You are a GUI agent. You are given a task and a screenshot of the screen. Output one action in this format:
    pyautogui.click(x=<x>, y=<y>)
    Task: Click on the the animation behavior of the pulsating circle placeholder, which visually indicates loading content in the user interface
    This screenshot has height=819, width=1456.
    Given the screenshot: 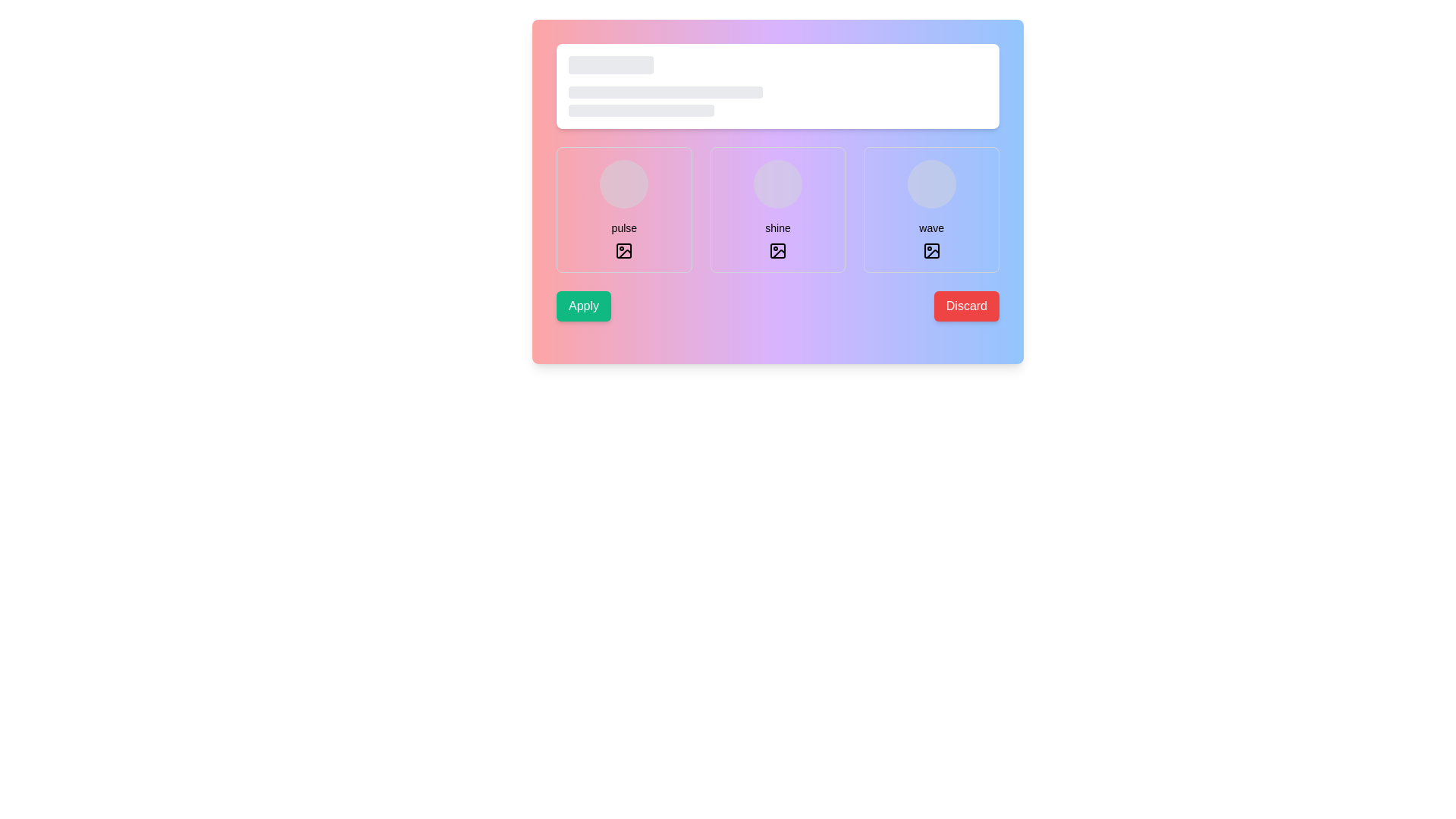 What is the action you would take?
    pyautogui.click(x=778, y=184)
    